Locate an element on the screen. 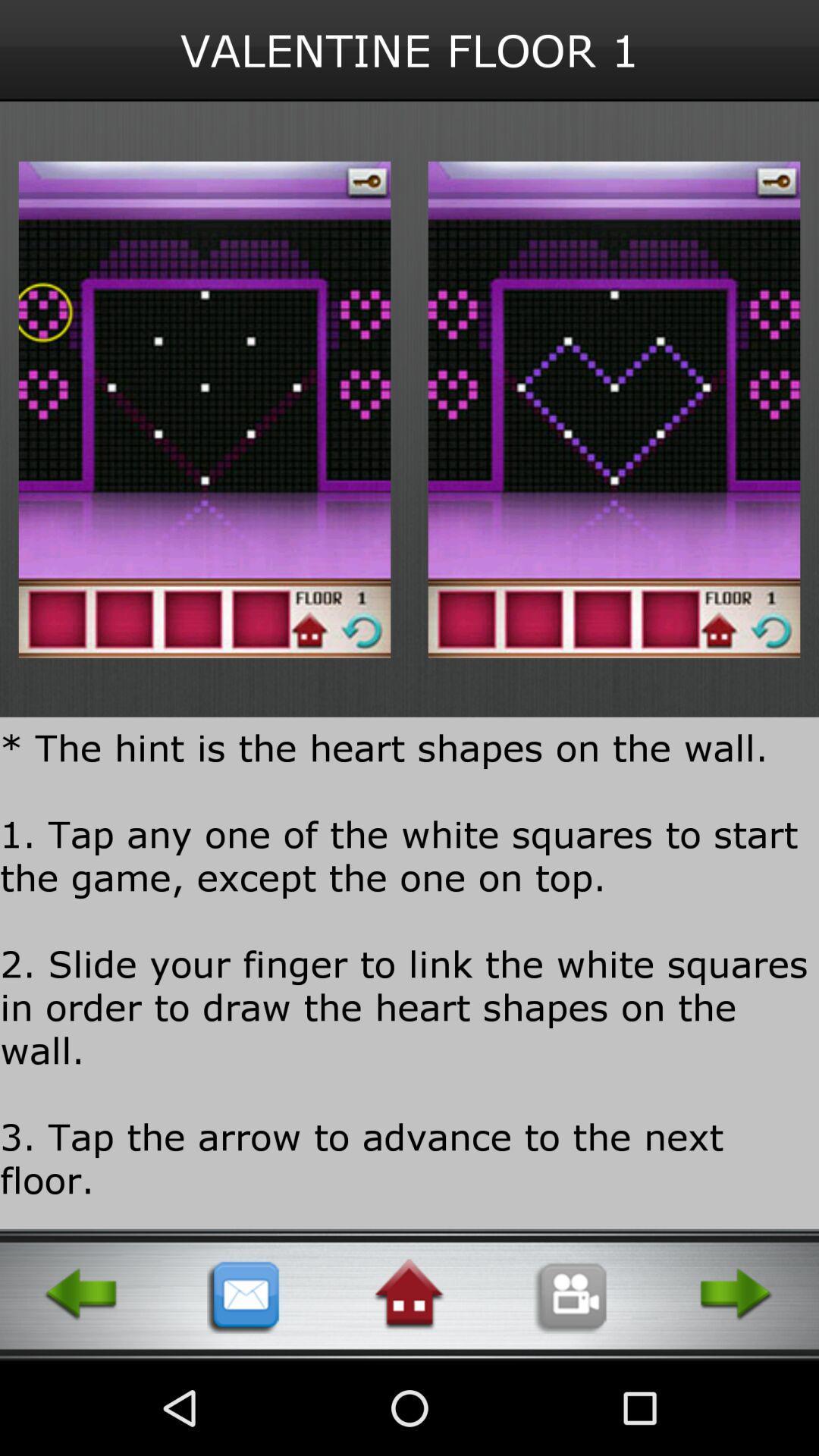 The width and height of the screenshot is (819, 1456). the arrow_backward icon is located at coordinates (82, 1385).